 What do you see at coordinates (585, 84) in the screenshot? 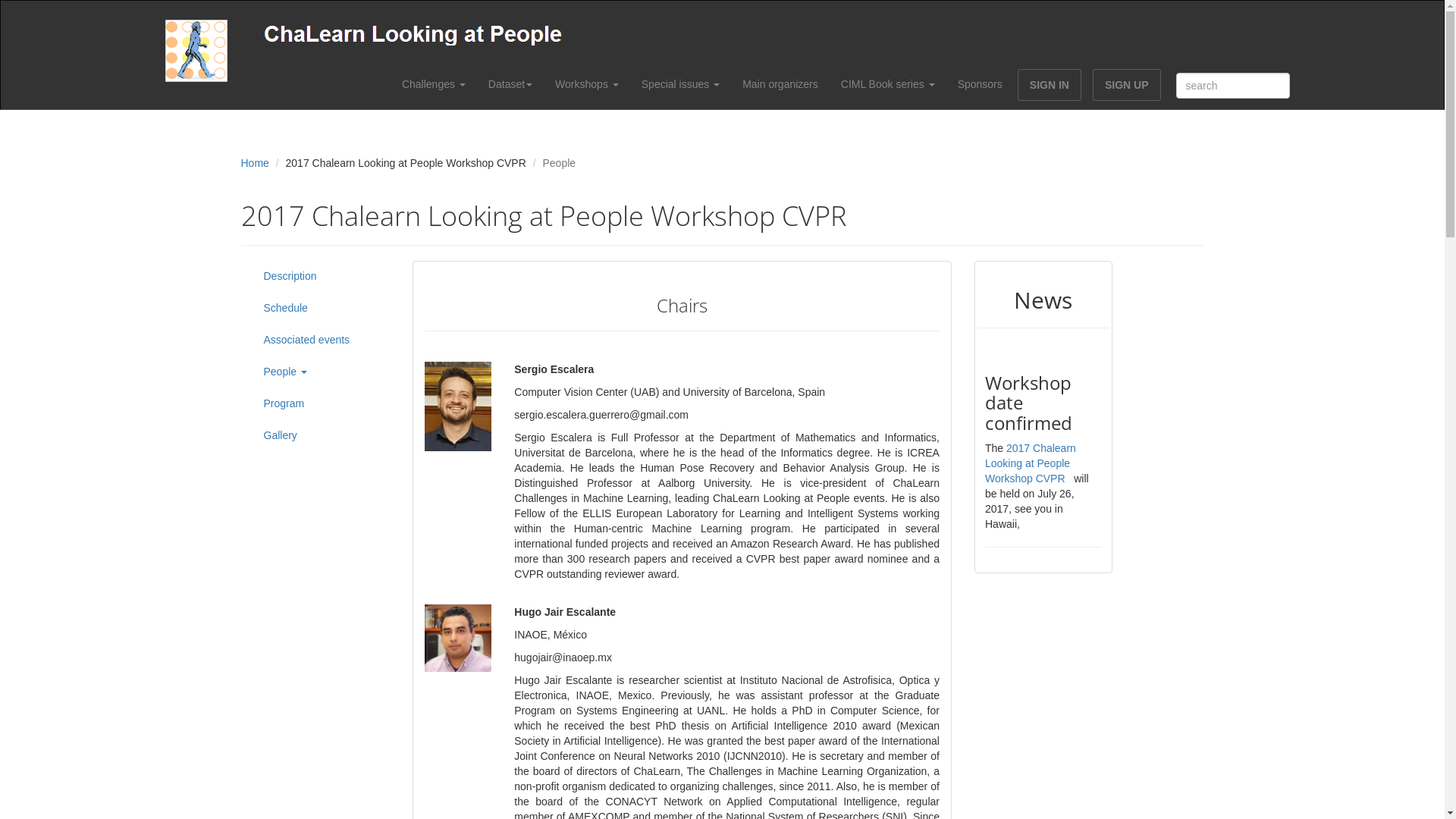
I see `'Workshops'` at bounding box center [585, 84].